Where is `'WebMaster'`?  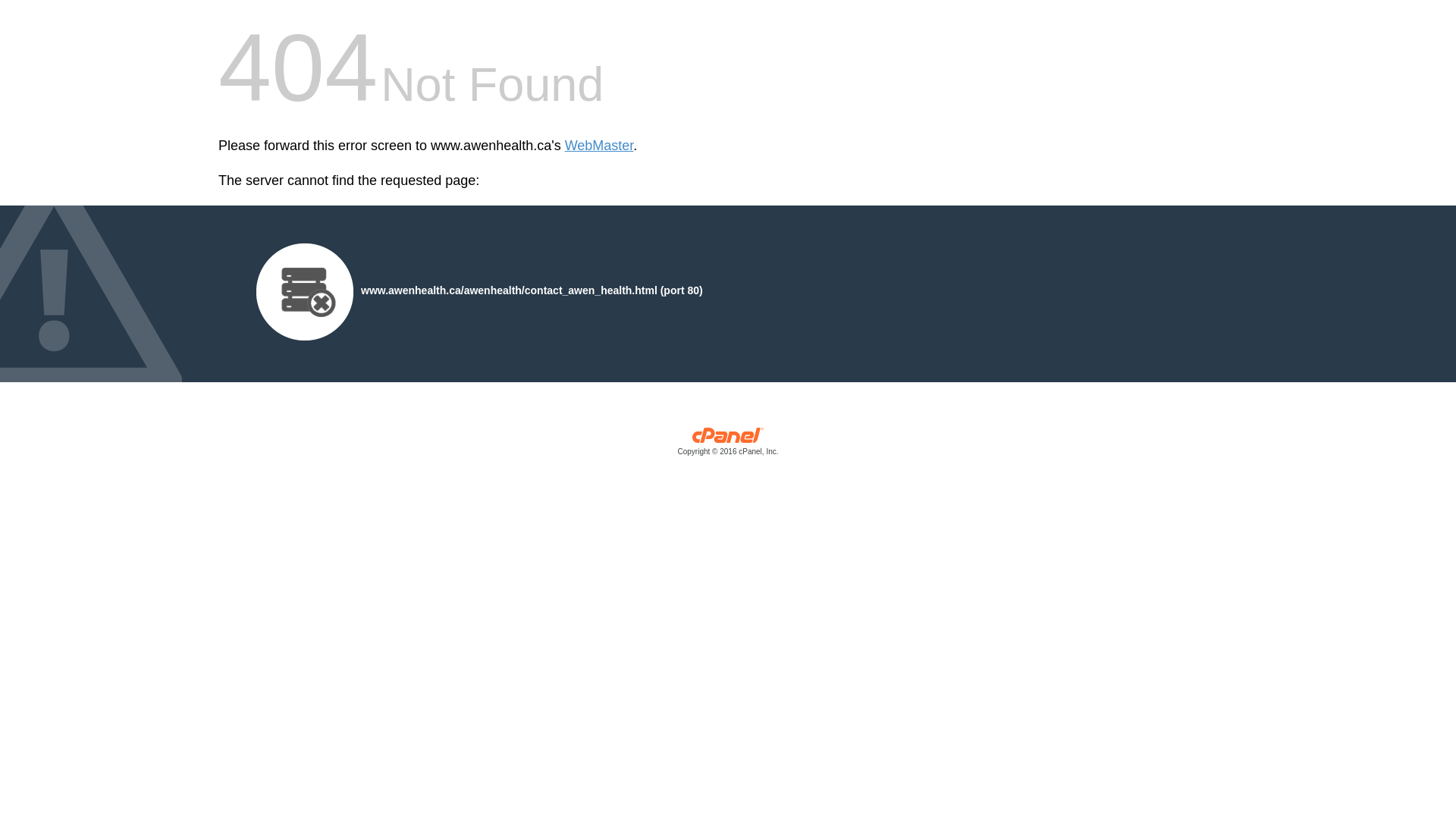
'WebMaster' is located at coordinates (563, 146).